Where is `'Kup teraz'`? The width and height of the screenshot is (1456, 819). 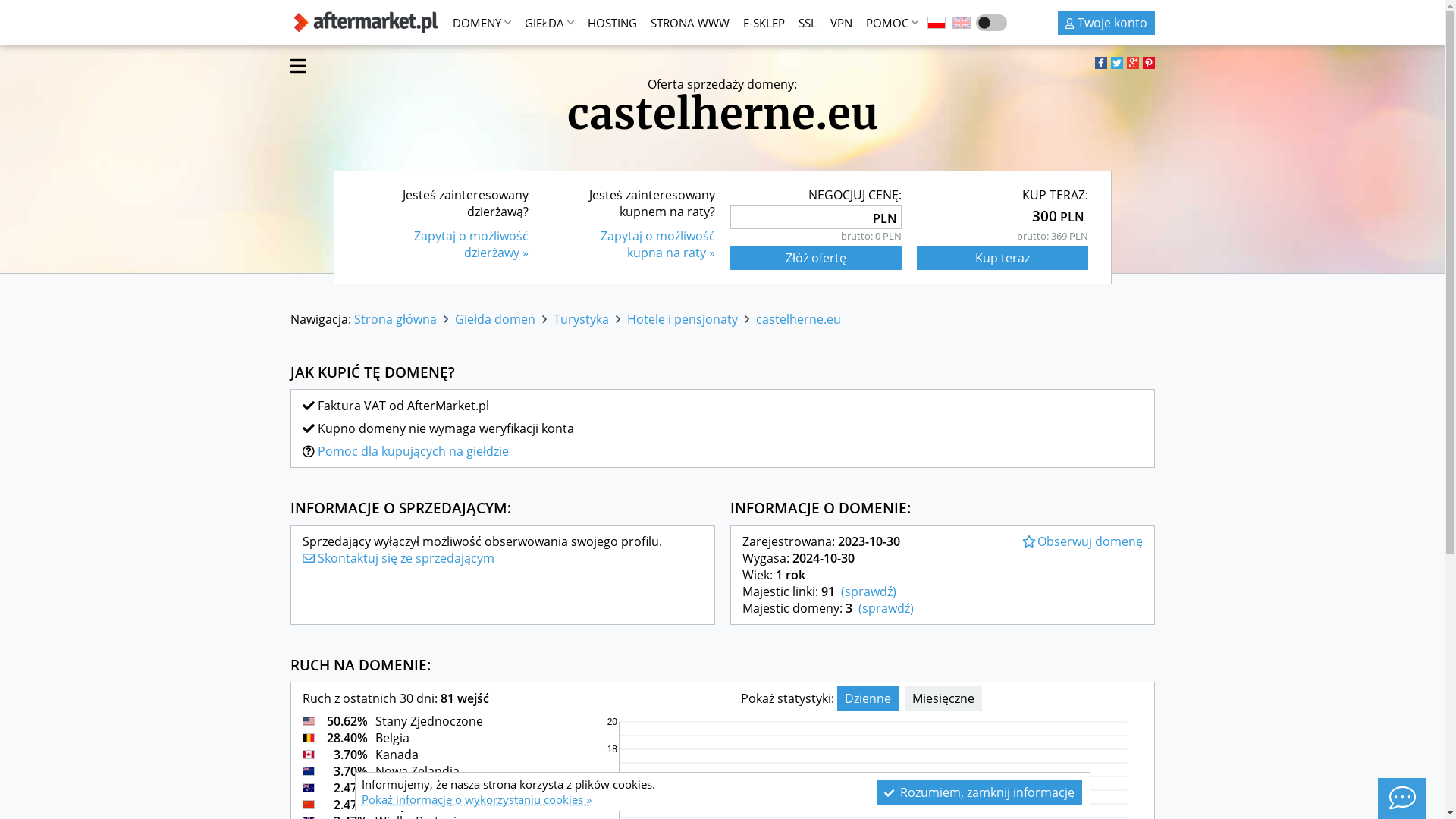 'Kup teraz' is located at coordinates (1001, 256).